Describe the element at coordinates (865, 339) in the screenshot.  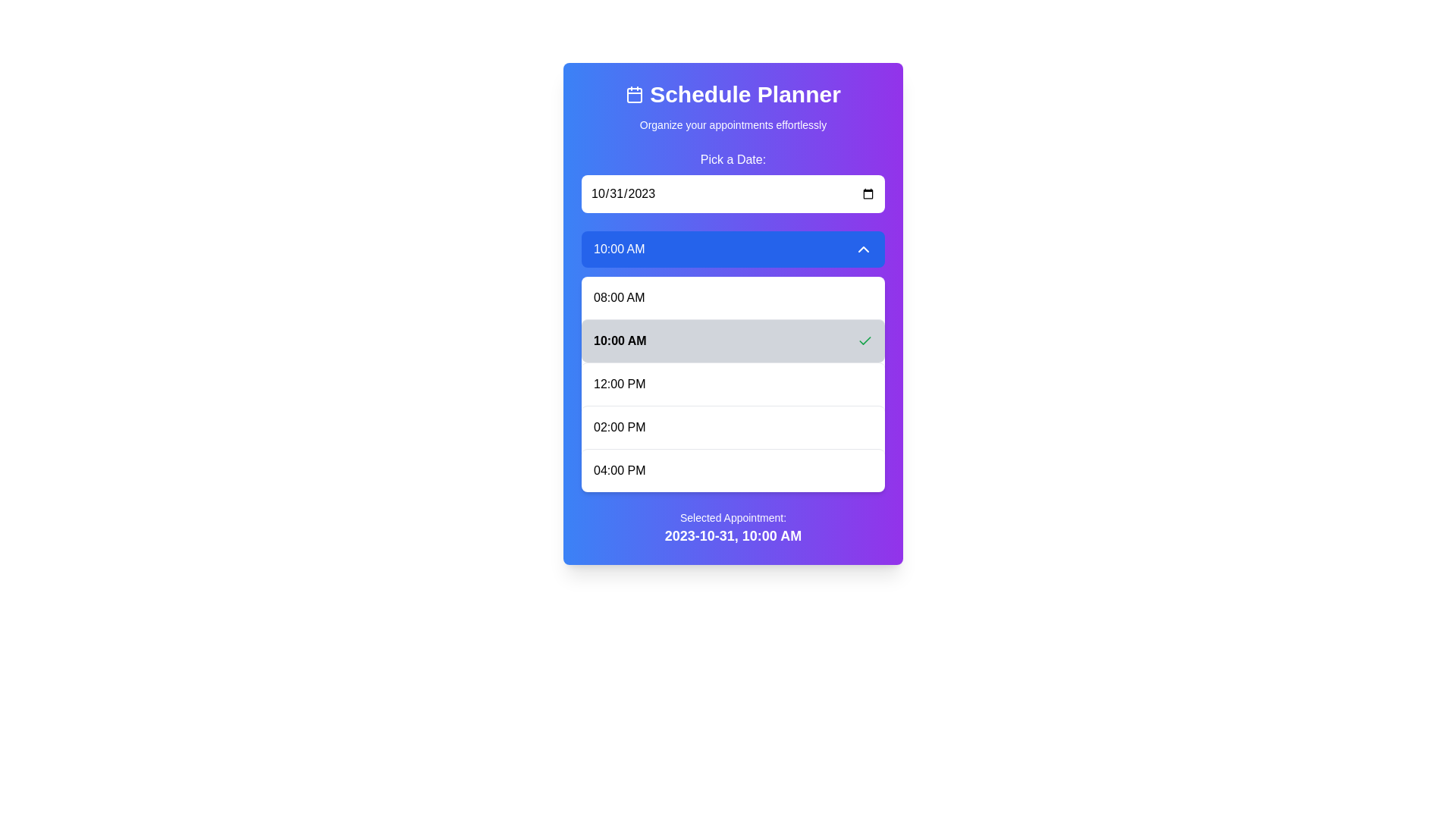
I see `the selection indication provided by the green checkmark icon within the 10:00 AM time block in the time selection dropdown` at that location.